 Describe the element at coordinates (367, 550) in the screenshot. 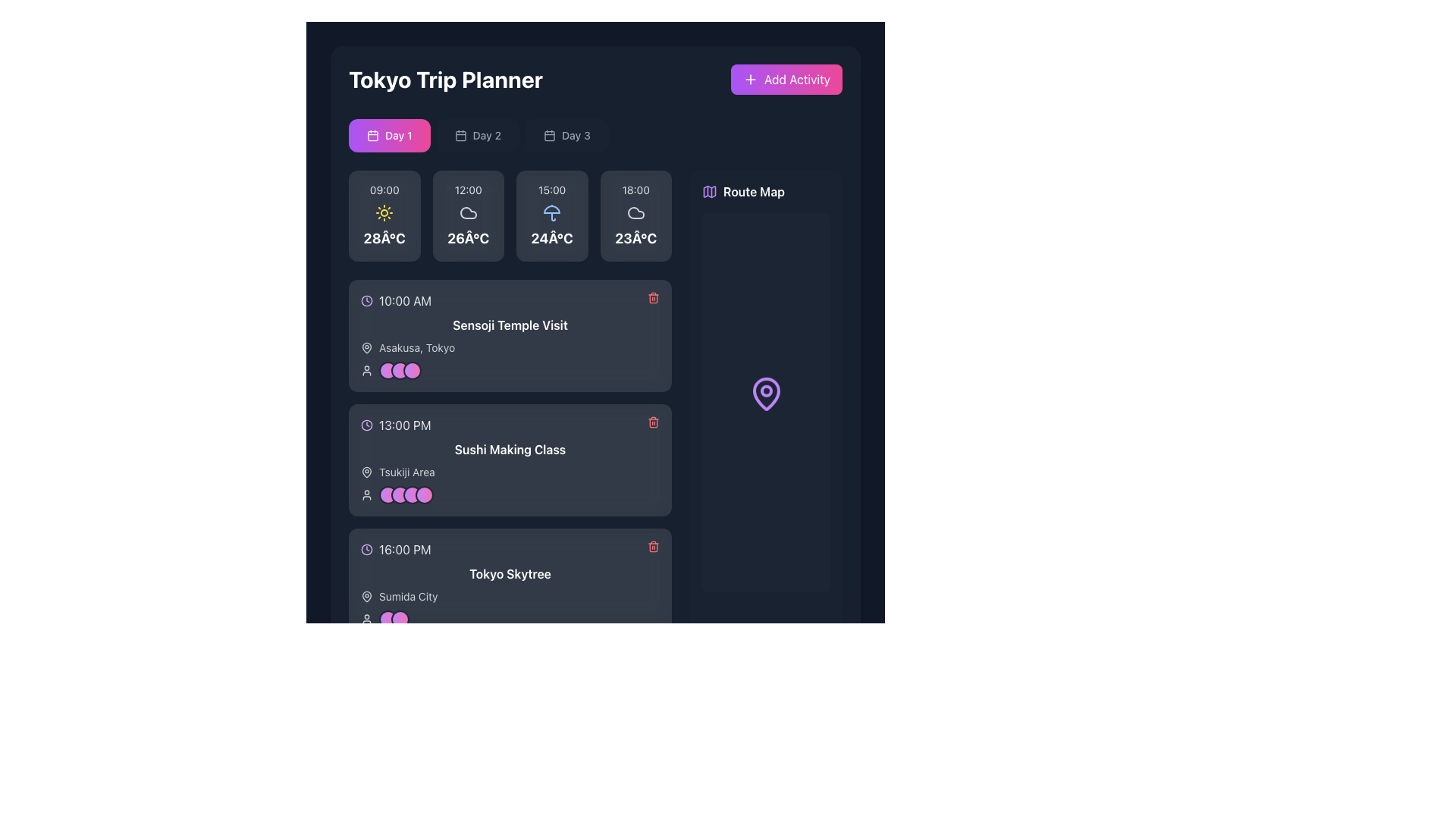

I see `the time icon located to the left of the '16:00 PM' text in the schedule layout to understand the time indication` at that location.